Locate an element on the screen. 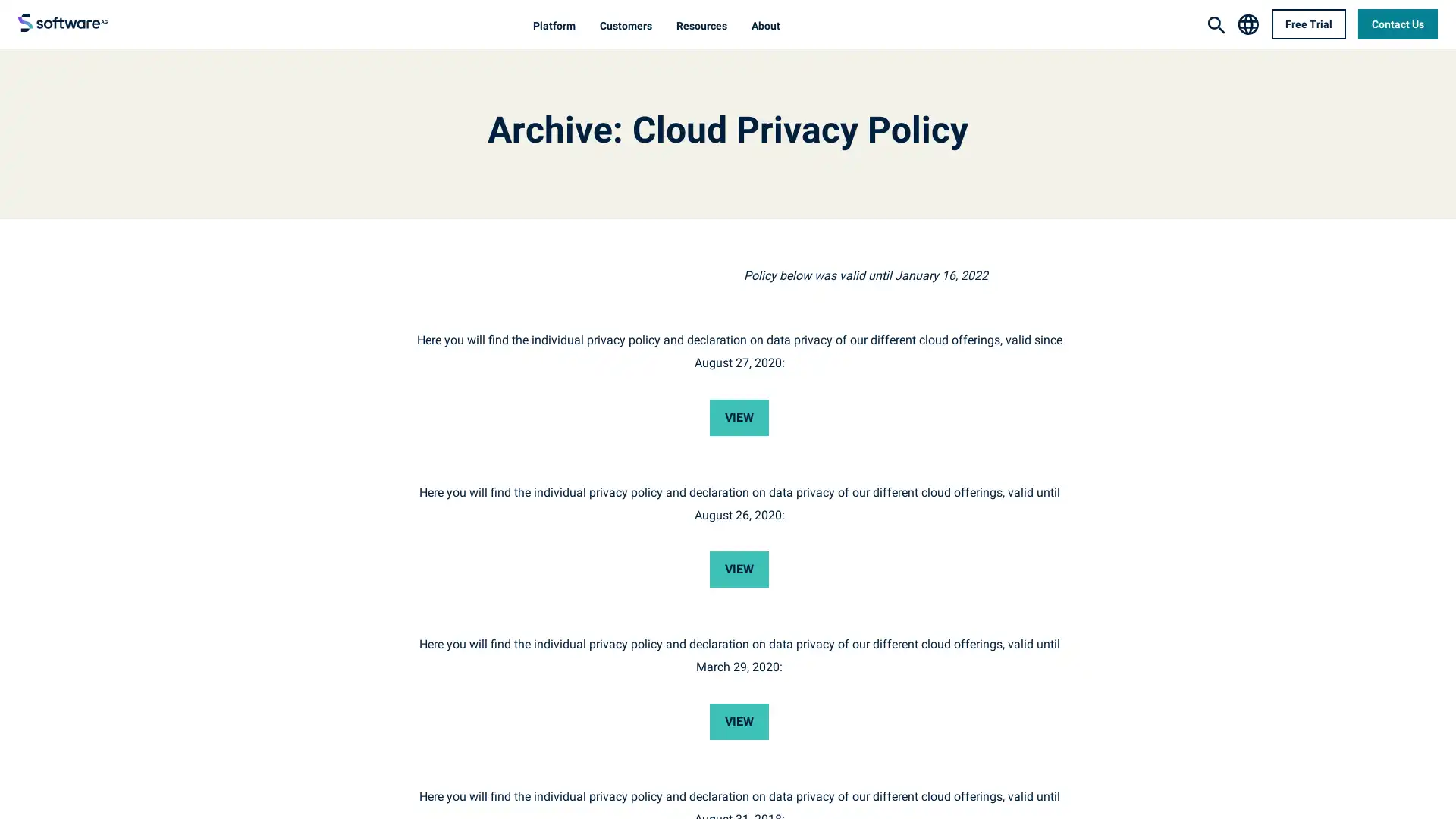 The height and width of the screenshot is (819, 1456). Search is located at coordinates (1216, 25).